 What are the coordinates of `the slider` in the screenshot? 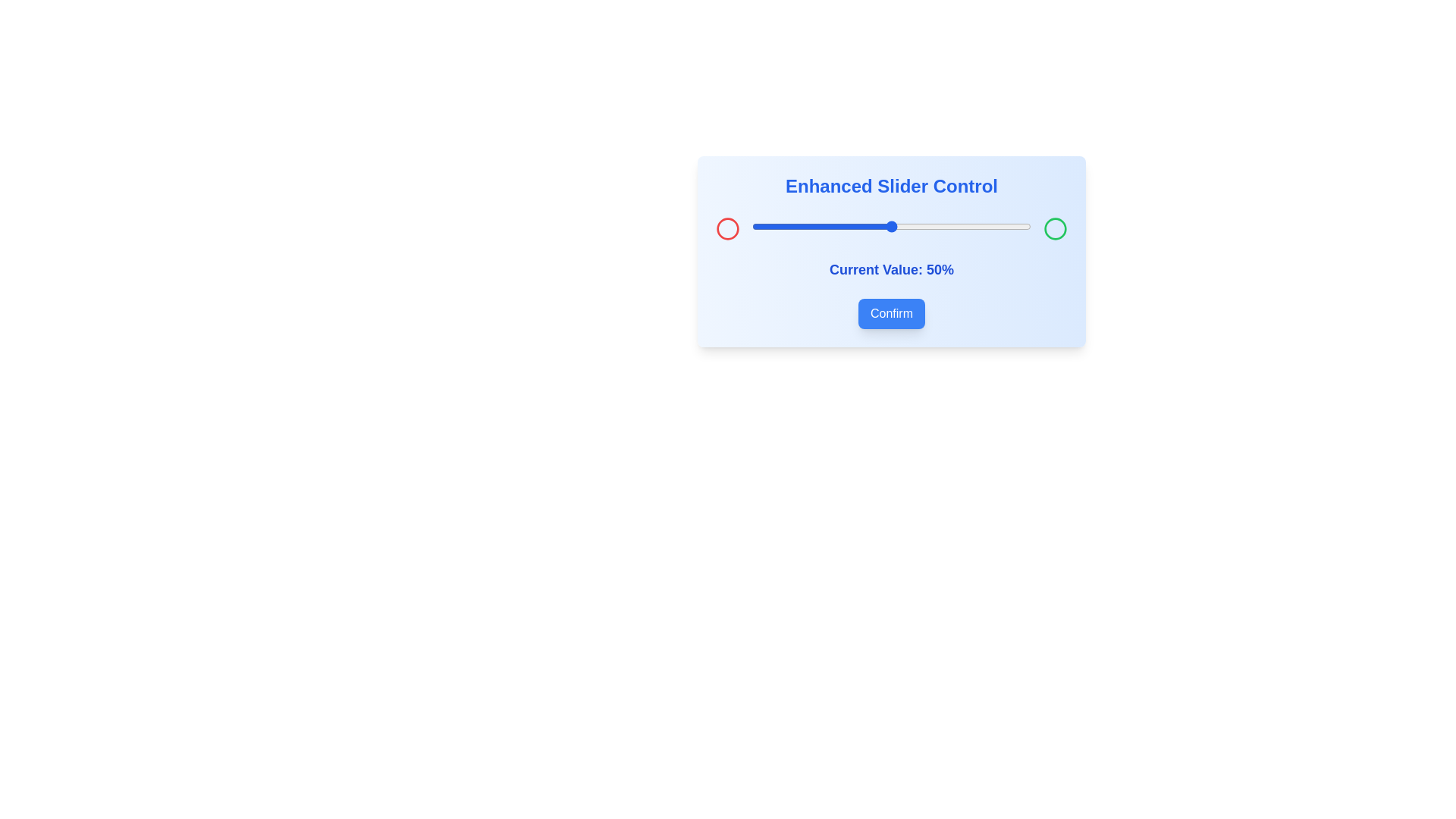 It's located at (1003, 227).